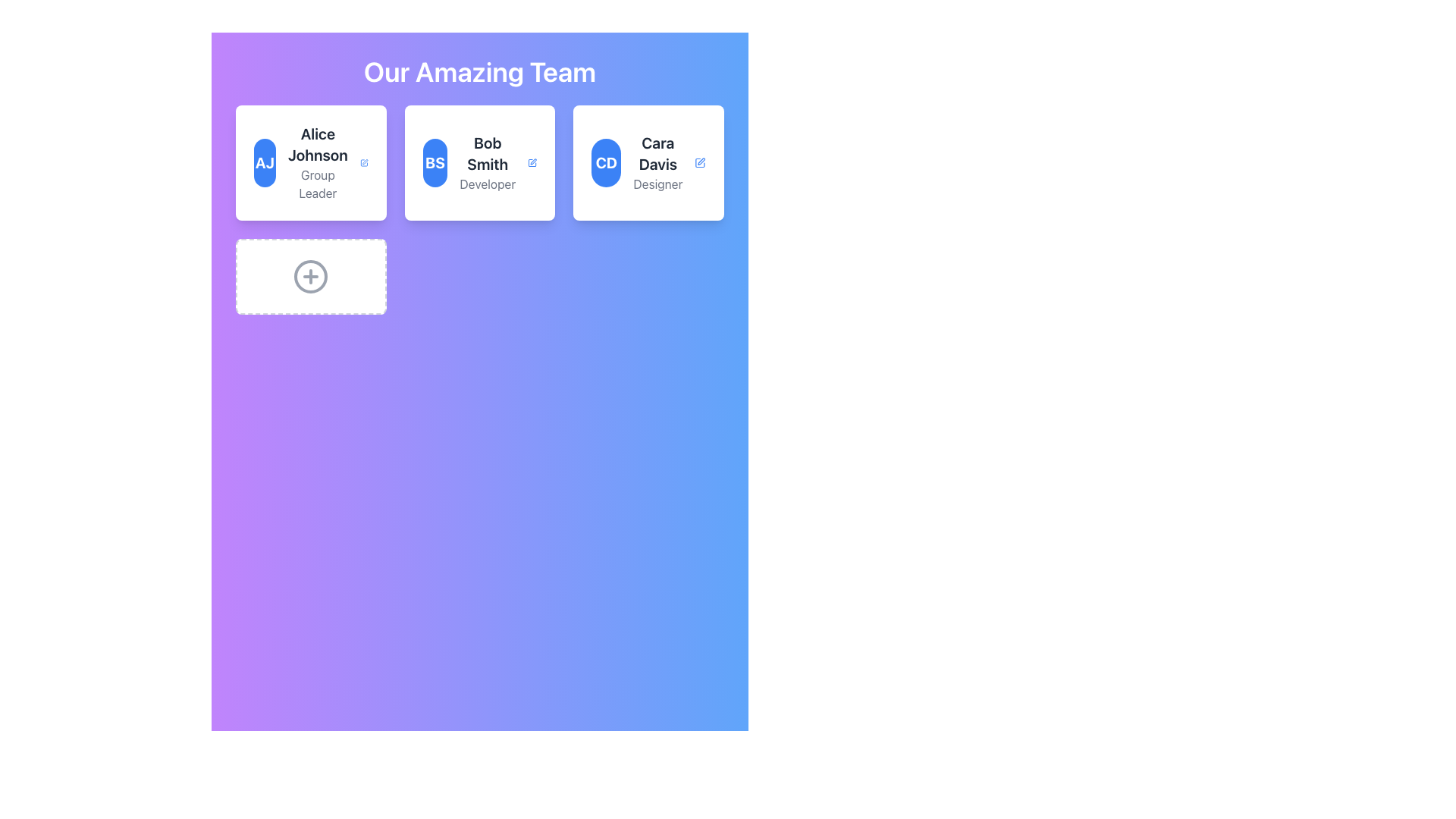 The image size is (1456, 819). What do you see at coordinates (657, 184) in the screenshot?
I see `the descriptive label indicating the profession or role associated with 'Cara Davis', which is positioned below the name in the rightmost column of the grid layout` at bounding box center [657, 184].